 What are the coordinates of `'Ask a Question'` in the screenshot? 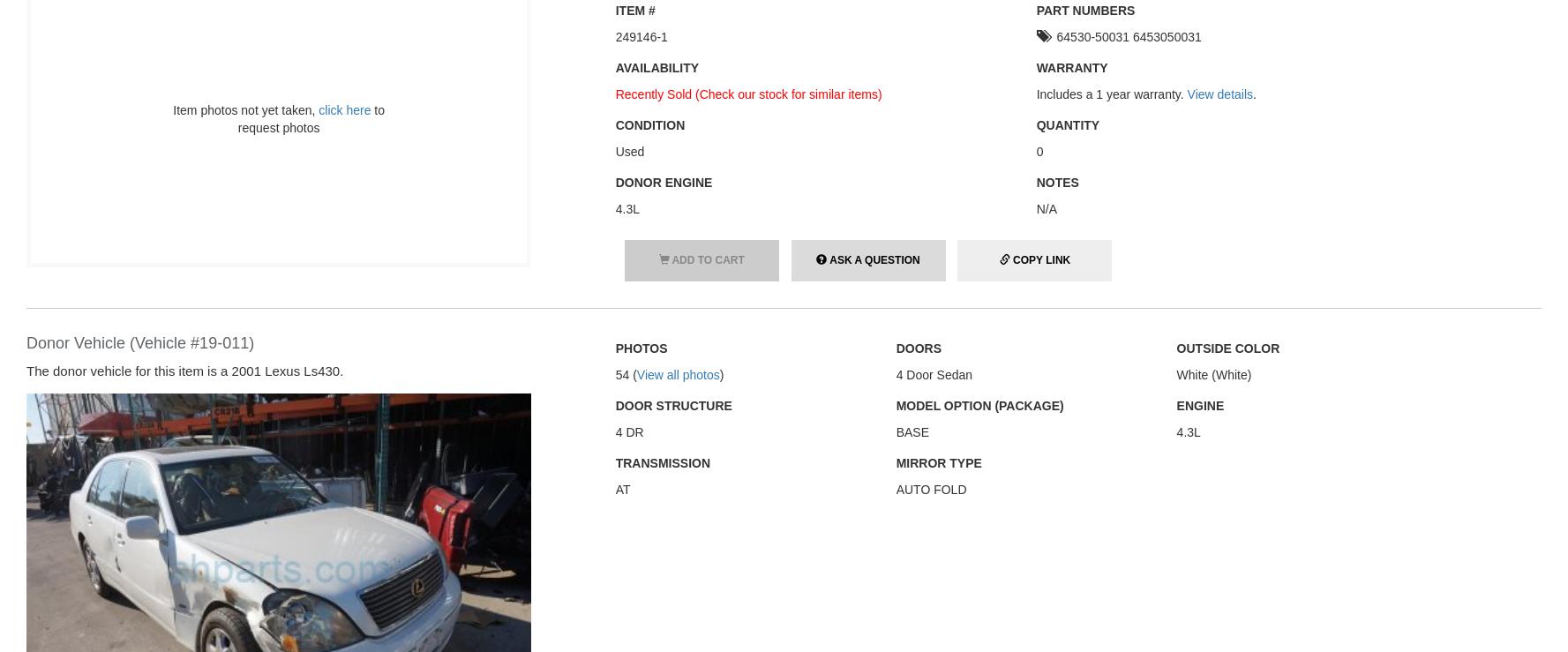 It's located at (872, 258).